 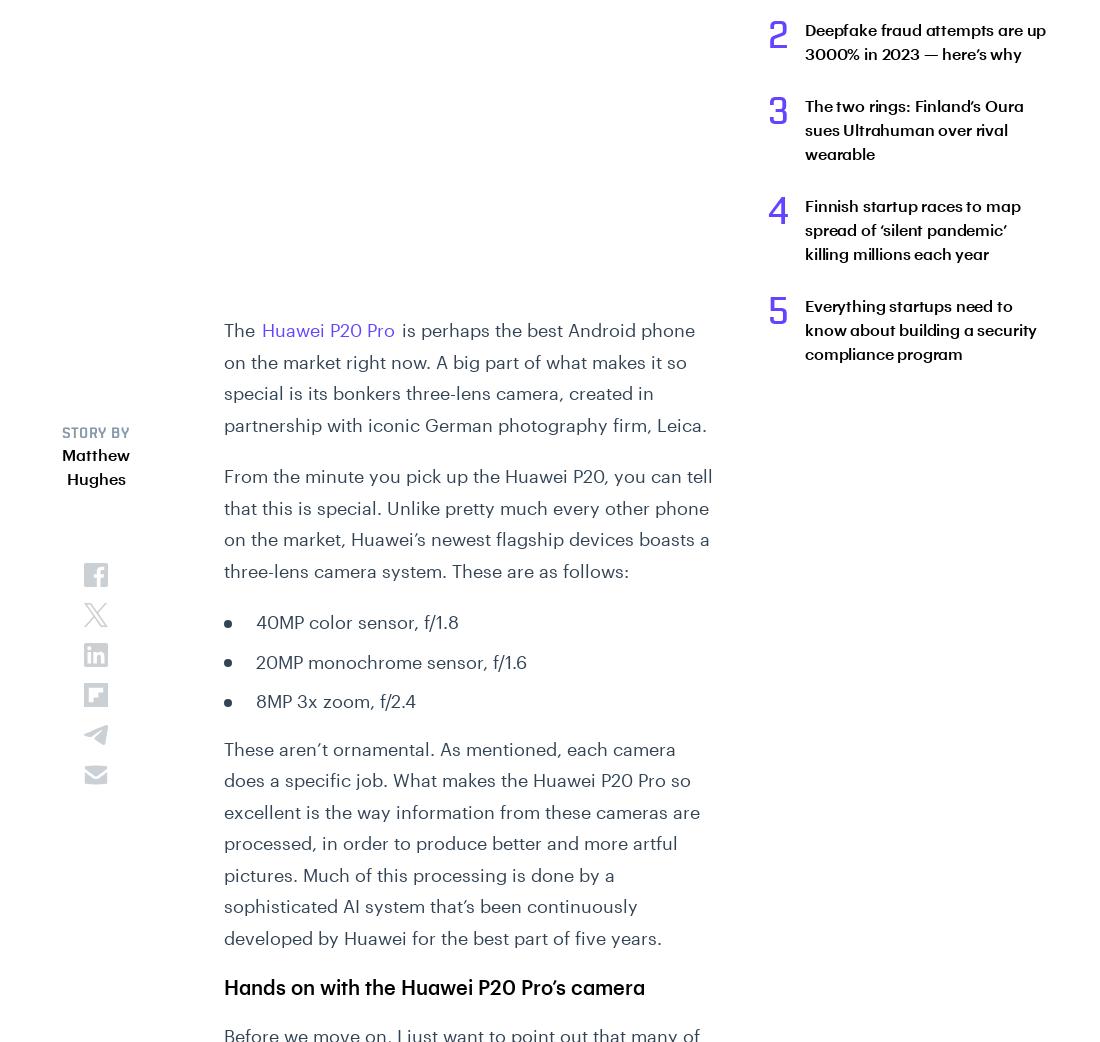 What do you see at coordinates (356, 621) in the screenshot?
I see `'40MP color sensor, f/1.8'` at bounding box center [356, 621].